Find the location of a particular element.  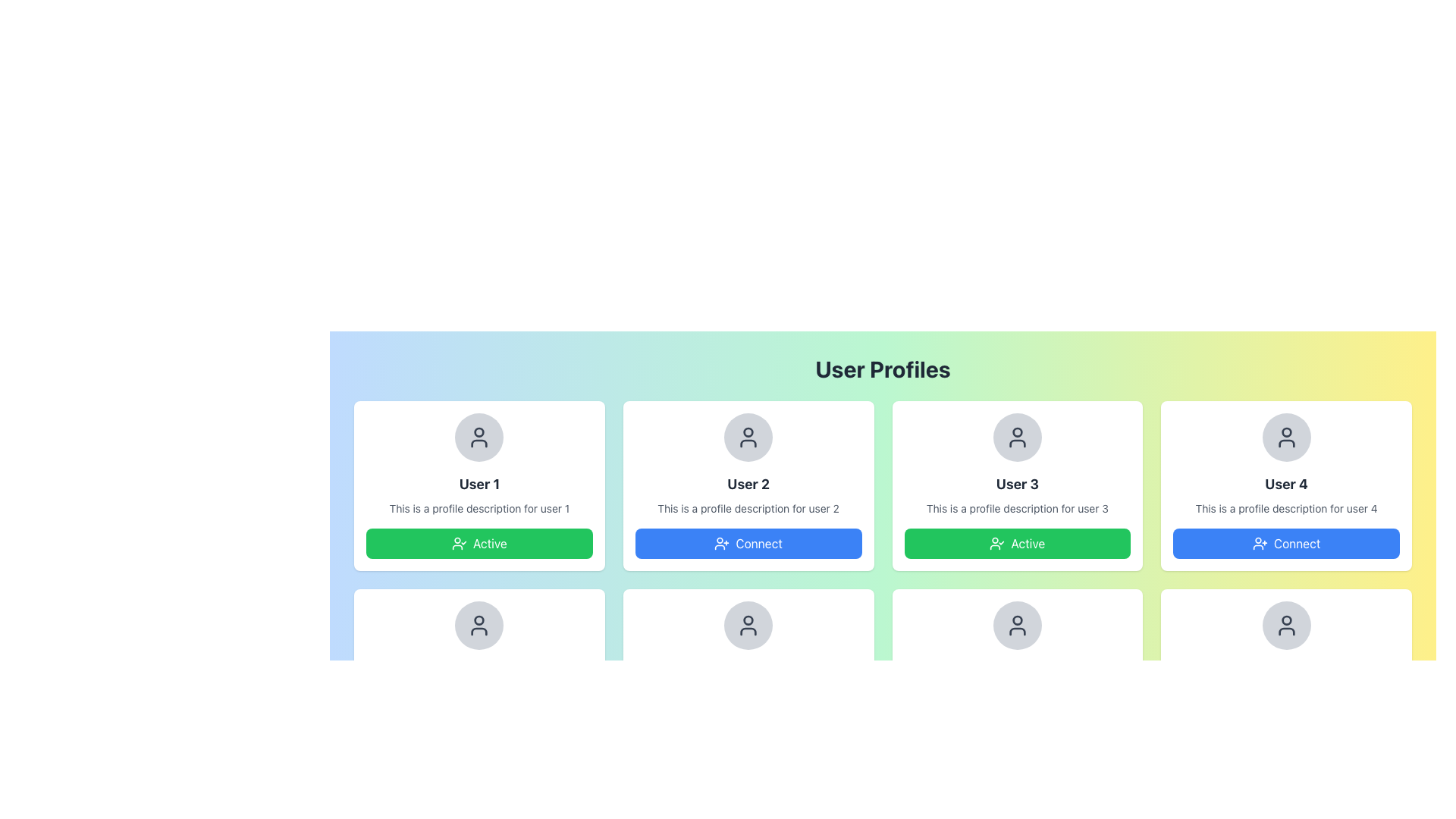

the user profile name label located in the first profile card, which is positioned below the avatar icon and above the descriptive text and green 'Active' button is located at coordinates (479, 485).